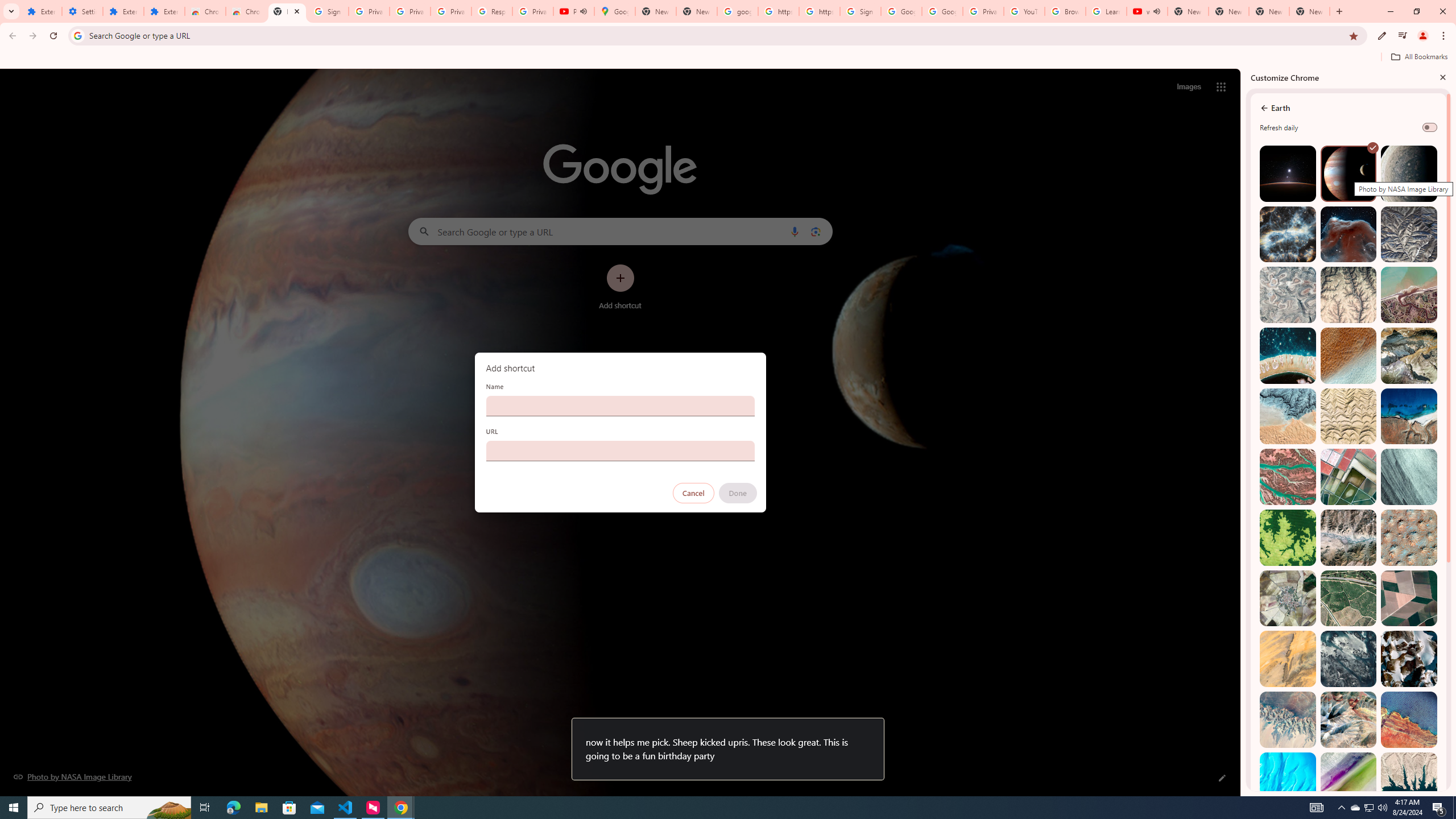  Describe the element at coordinates (737, 493) in the screenshot. I see `'Done'` at that location.